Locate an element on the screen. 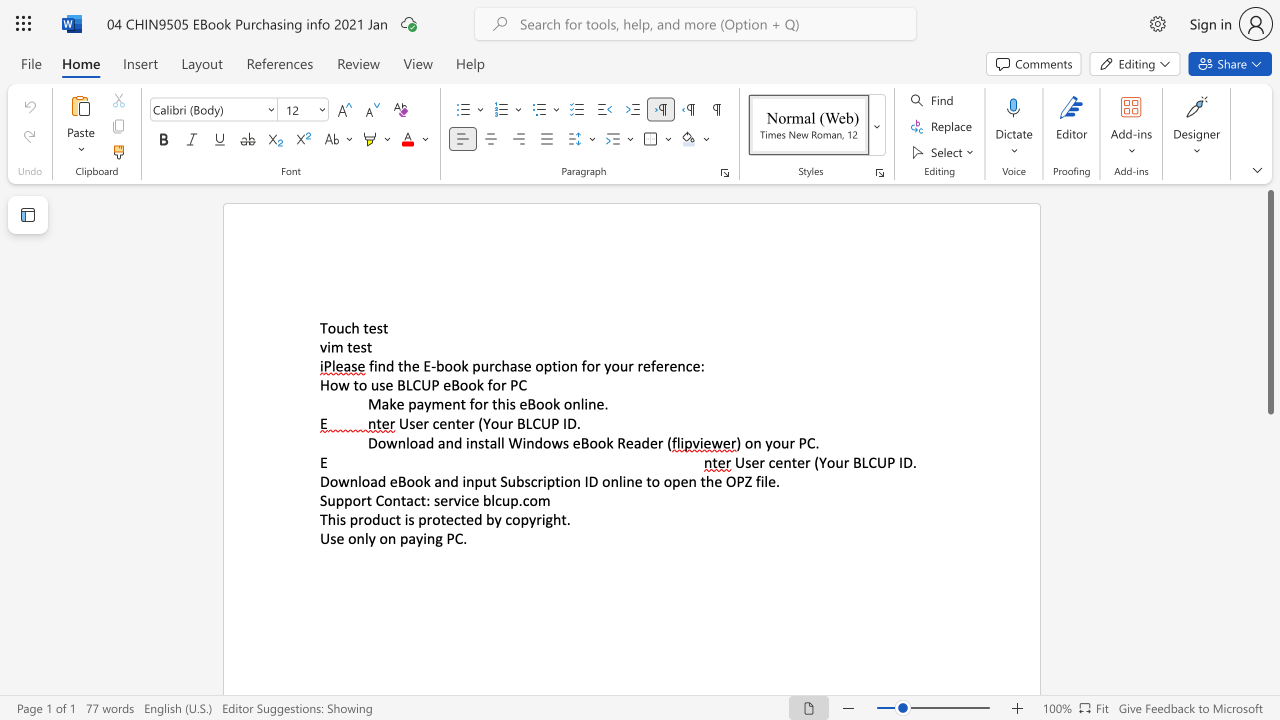 Image resolution: width=1280 pixels, height=720 pixels. the space between the continuous character "I" and "D" in the text is located at coordinates (589, 481).